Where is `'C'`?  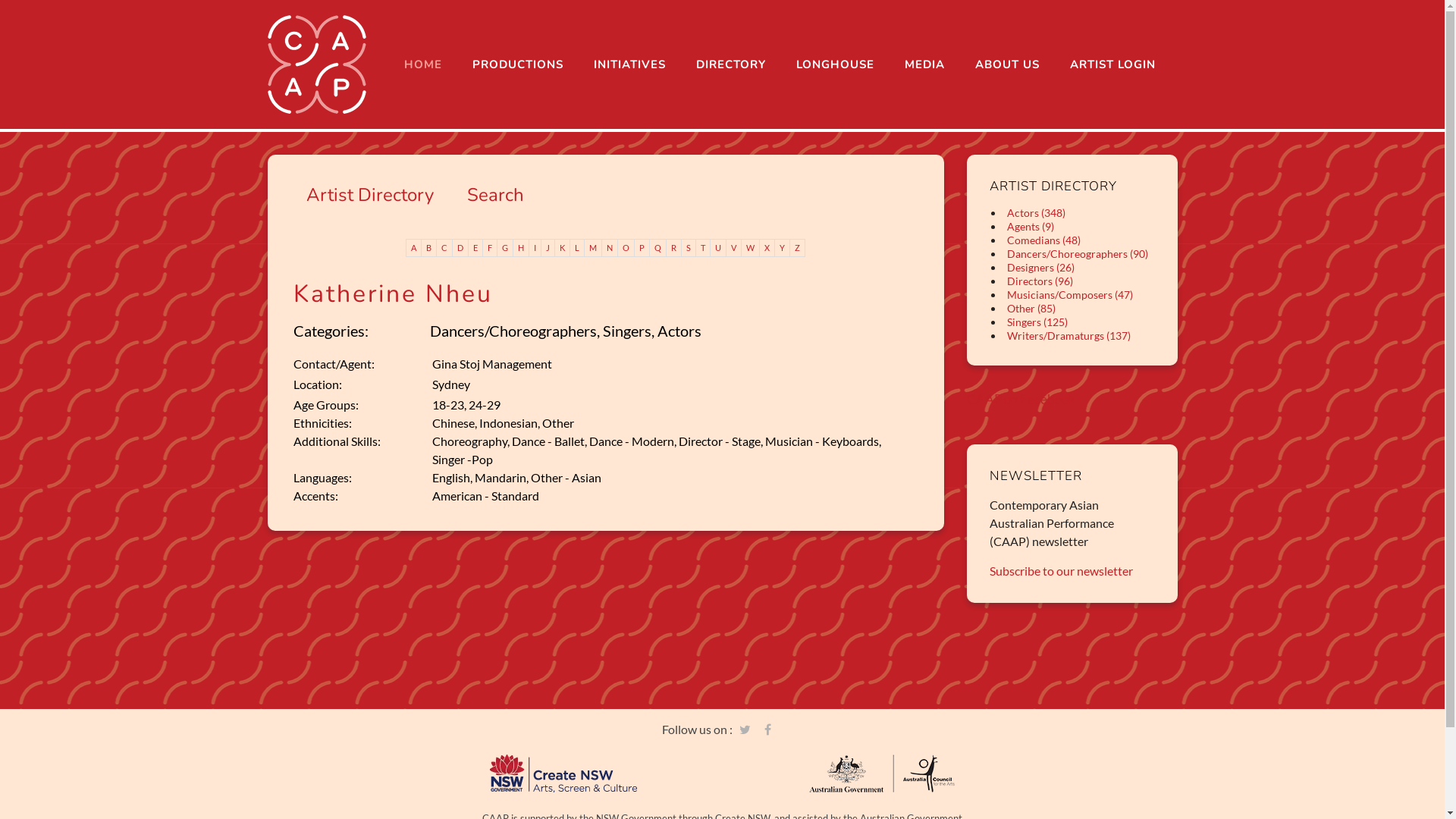 'C' is located at coordinates (436, 247).